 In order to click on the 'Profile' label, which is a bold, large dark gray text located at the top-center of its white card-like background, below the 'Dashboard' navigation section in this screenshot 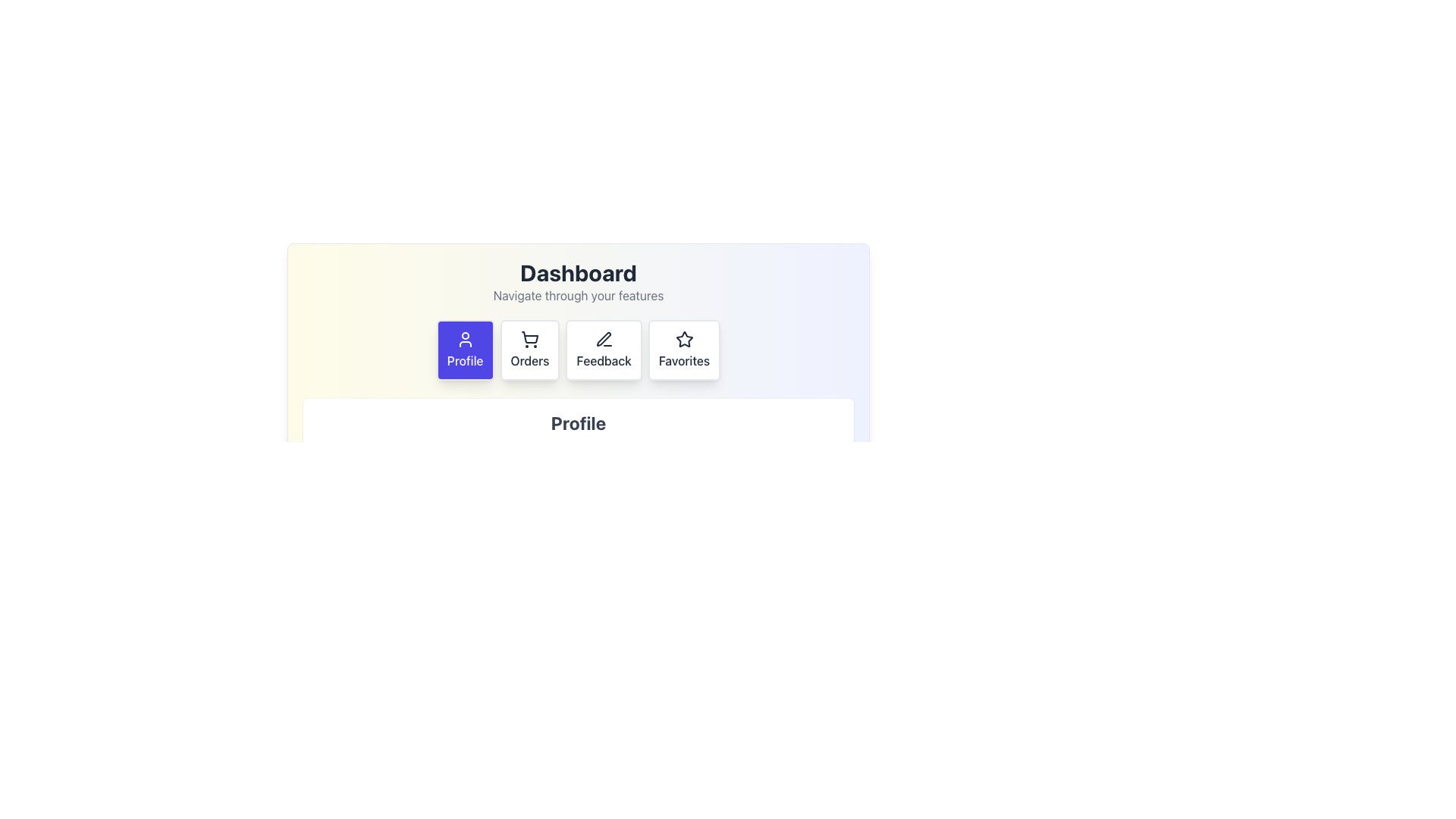, I will do `click(578, 423)`.